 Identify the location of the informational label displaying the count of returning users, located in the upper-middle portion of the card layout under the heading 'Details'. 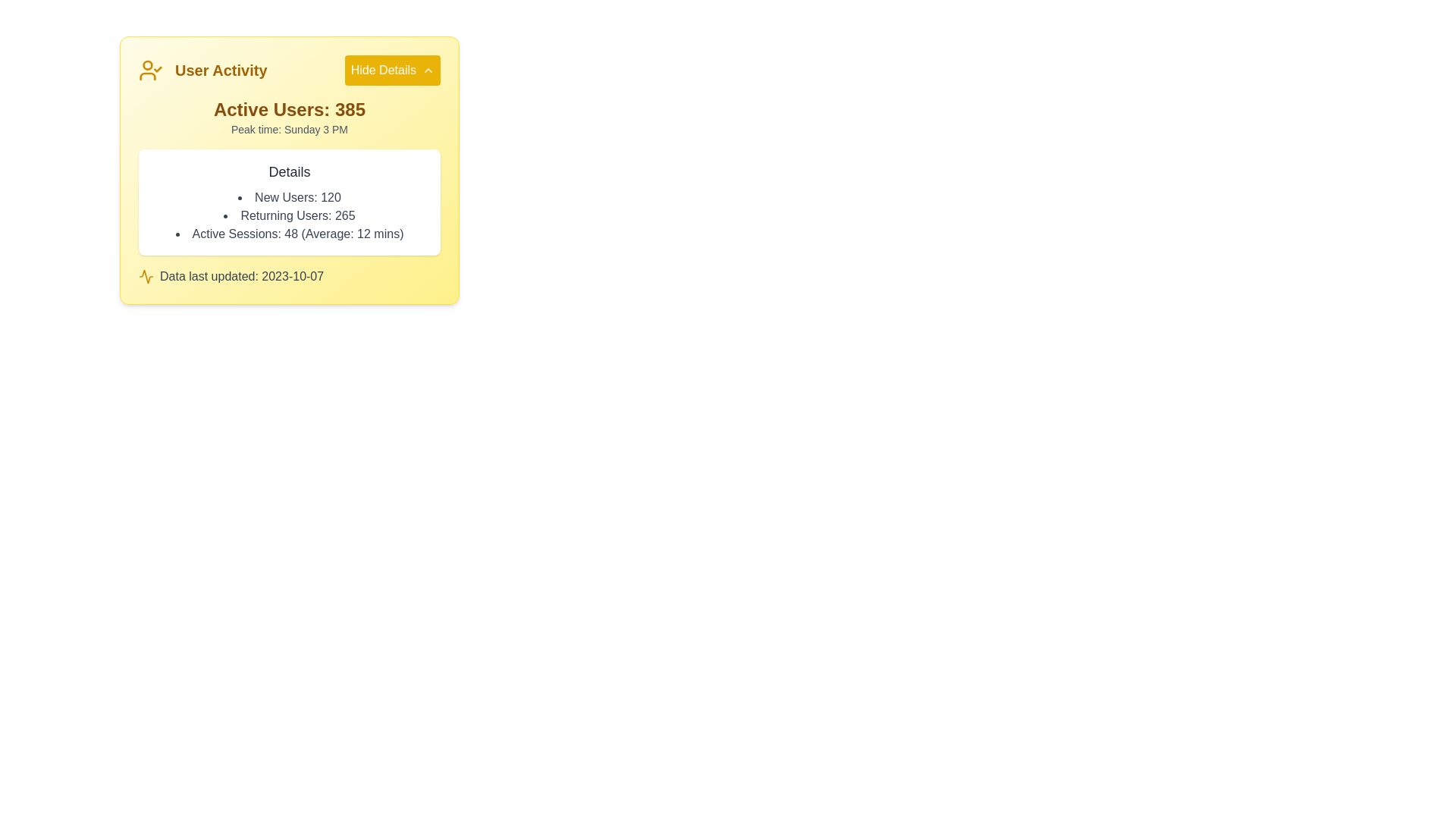
(290, 216).